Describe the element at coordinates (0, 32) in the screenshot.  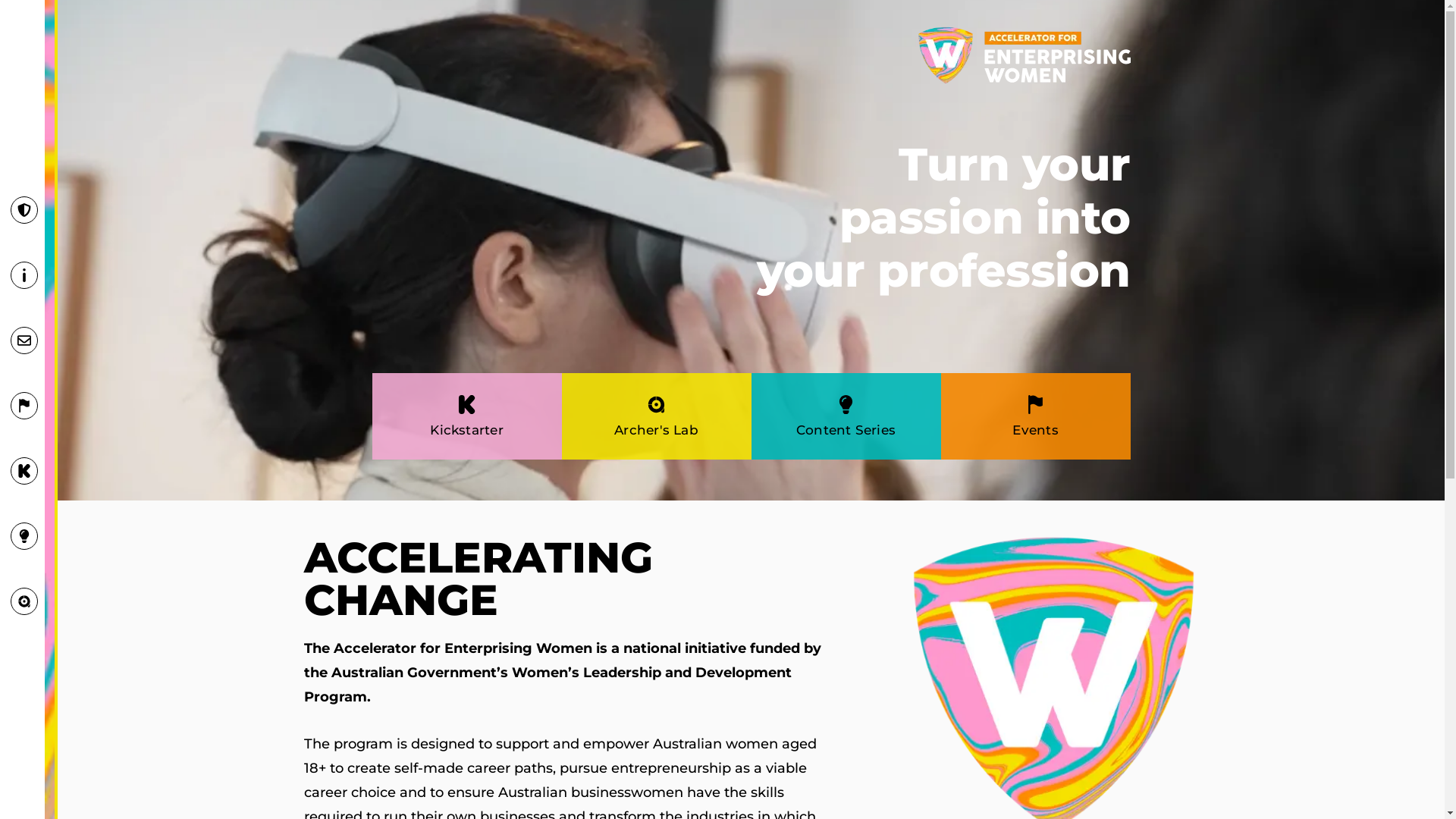
I see `'Skip to content'` at that location.